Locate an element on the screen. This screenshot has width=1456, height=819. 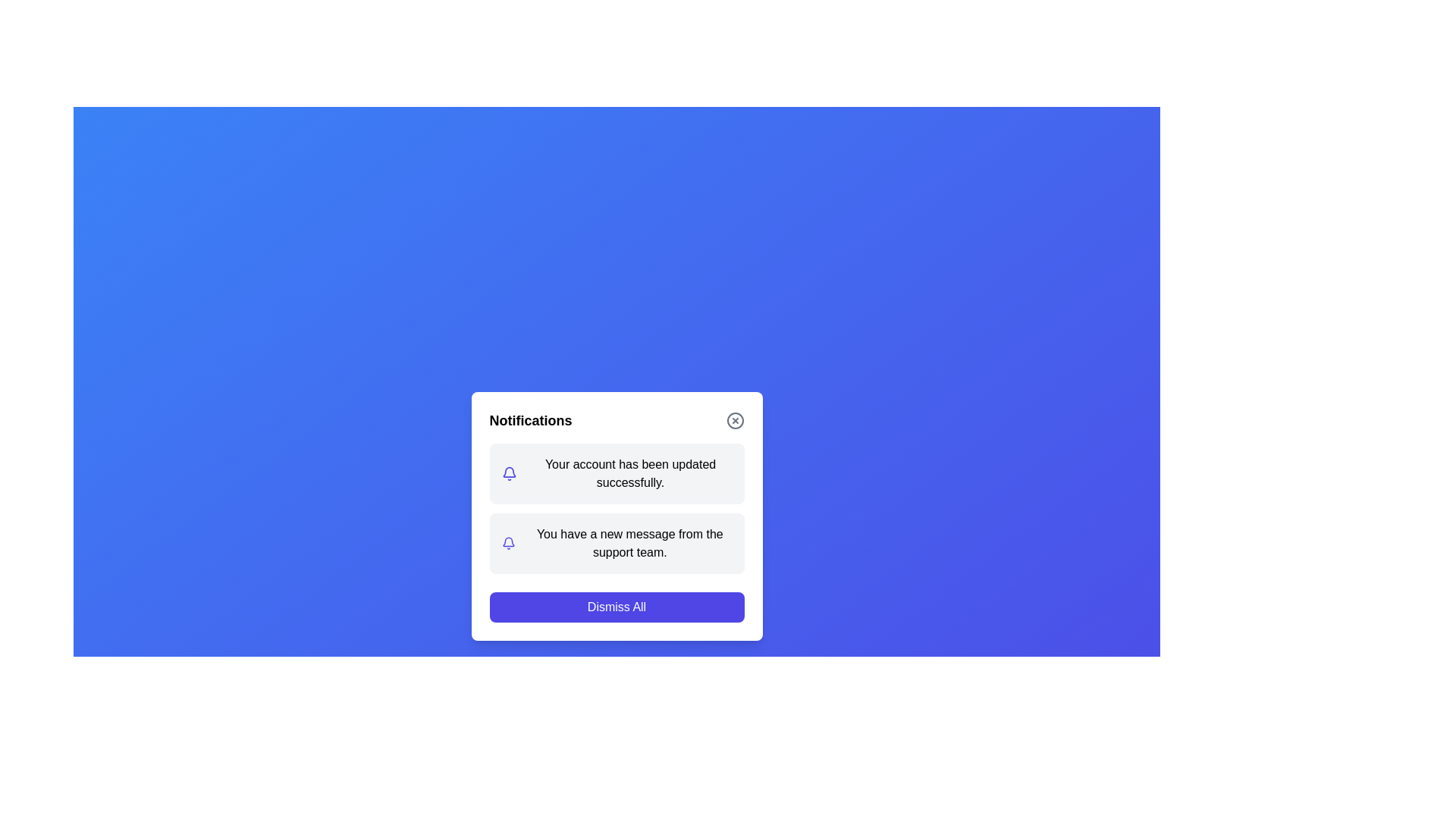
static text notification message that informs the user about receiving a new message from the support team. This message is the second in the notification list within the 'Notifications' card interface is located at coordinates (629, 543).